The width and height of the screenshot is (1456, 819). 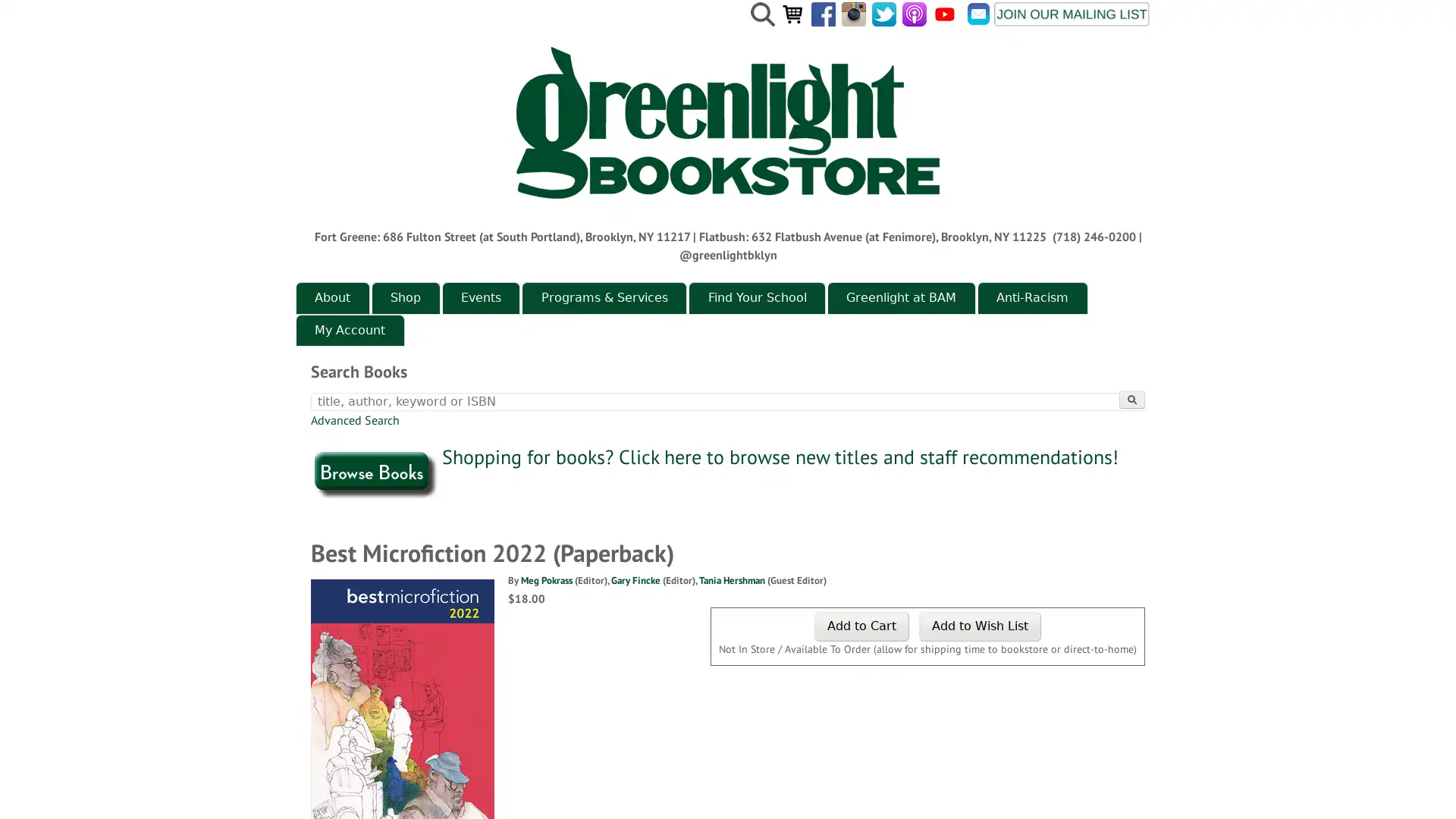 What do you see at coordinates (1131, 583) in the screenshot?
I see `Search` at bounding box center [1131, 583].